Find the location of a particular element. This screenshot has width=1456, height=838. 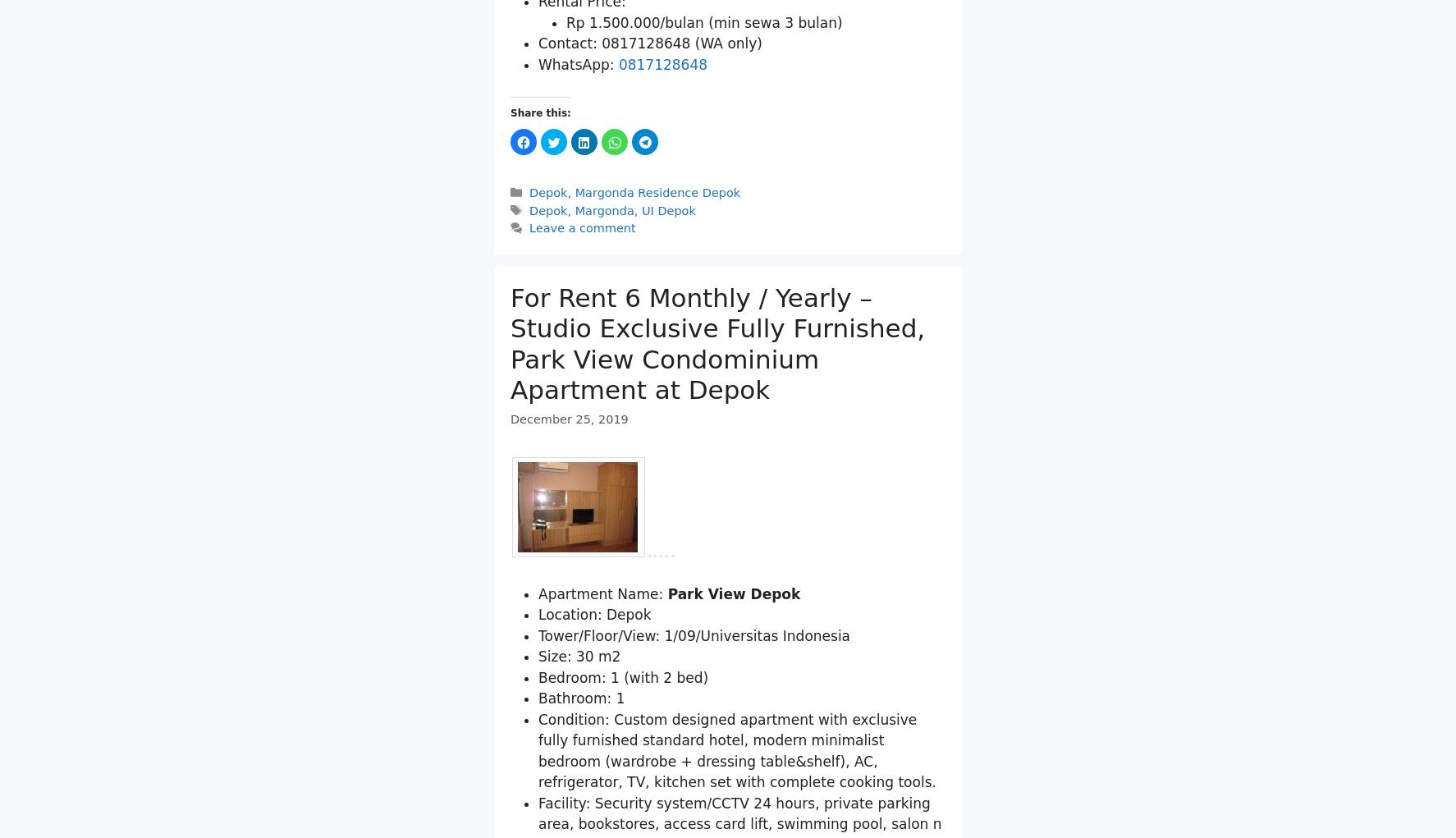

'Rental Price:' is located at coordinates (538, 85).